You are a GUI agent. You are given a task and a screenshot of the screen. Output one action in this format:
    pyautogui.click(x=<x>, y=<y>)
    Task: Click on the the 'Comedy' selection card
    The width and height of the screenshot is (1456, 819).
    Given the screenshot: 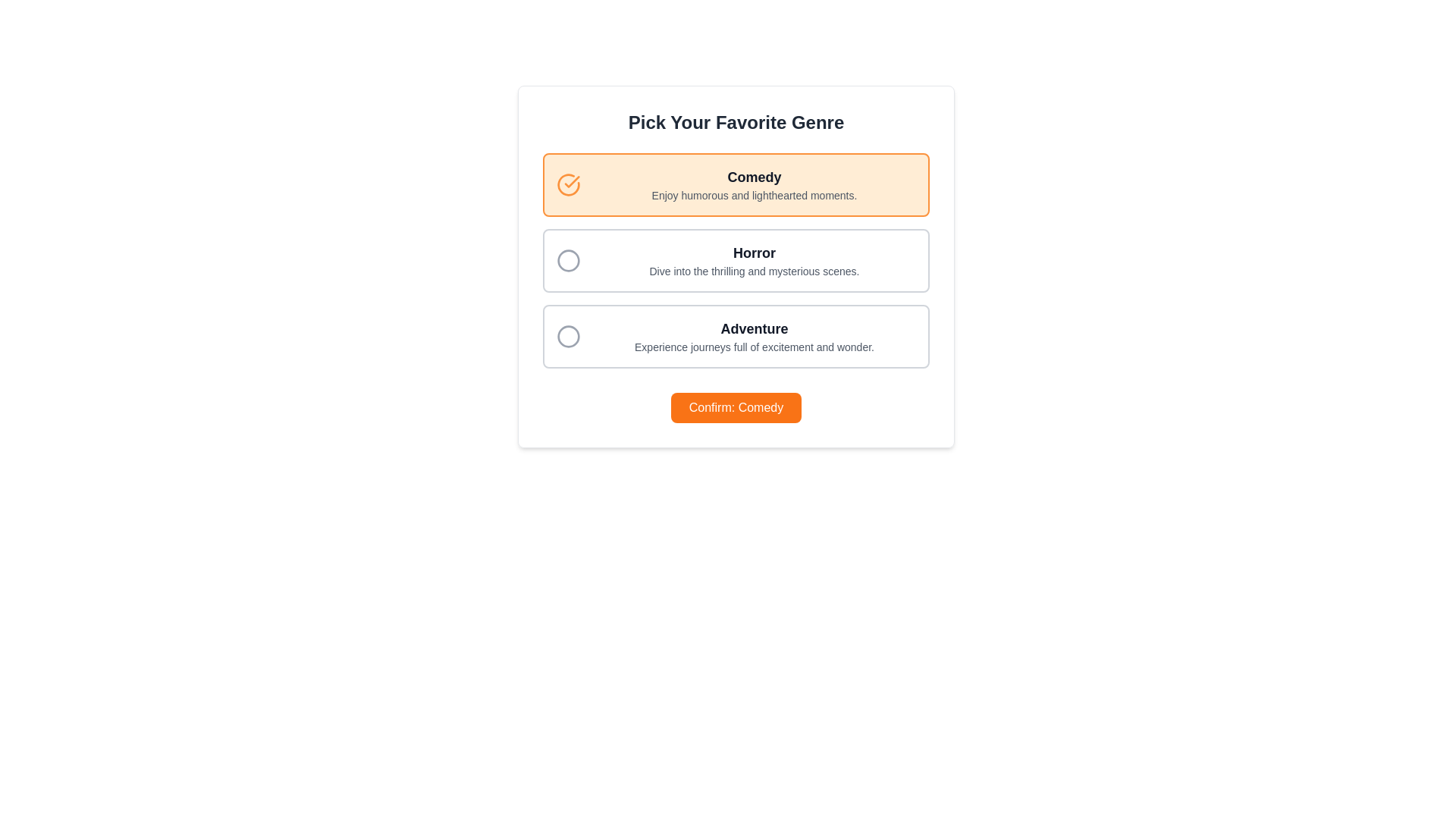 What is the action you would take?
    pyautogui.click(x=736, y=184)
    